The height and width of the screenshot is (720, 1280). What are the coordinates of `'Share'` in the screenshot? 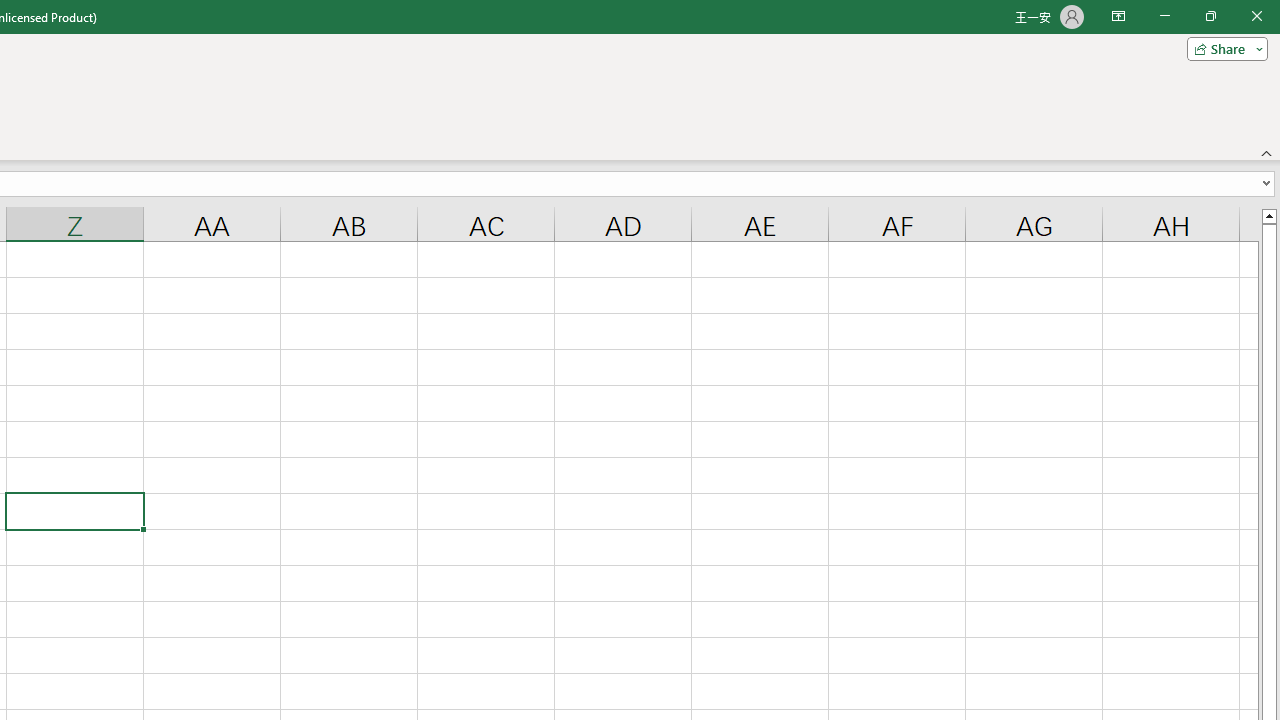 It's located at (1222, 47).